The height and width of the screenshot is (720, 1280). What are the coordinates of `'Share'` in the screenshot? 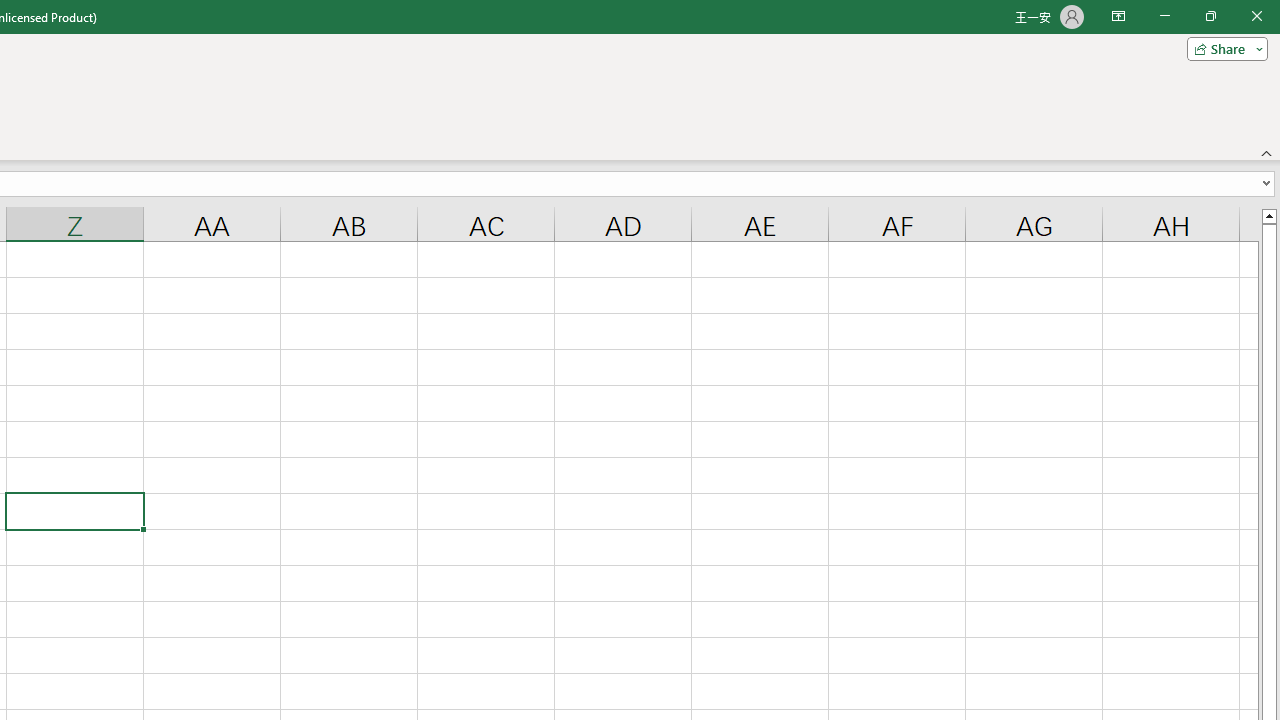 It's located at (1222, 47).